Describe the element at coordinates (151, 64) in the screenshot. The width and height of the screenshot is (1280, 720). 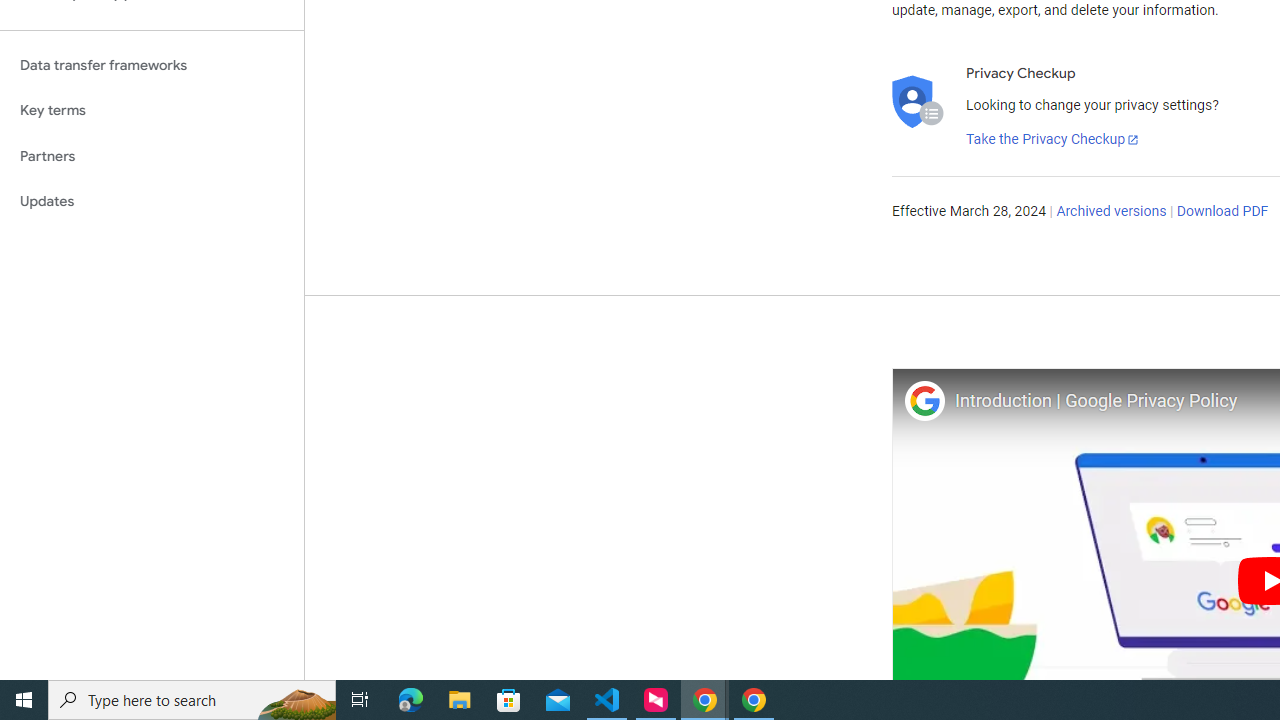
I see `'Data transfer frameworks'` at that location.